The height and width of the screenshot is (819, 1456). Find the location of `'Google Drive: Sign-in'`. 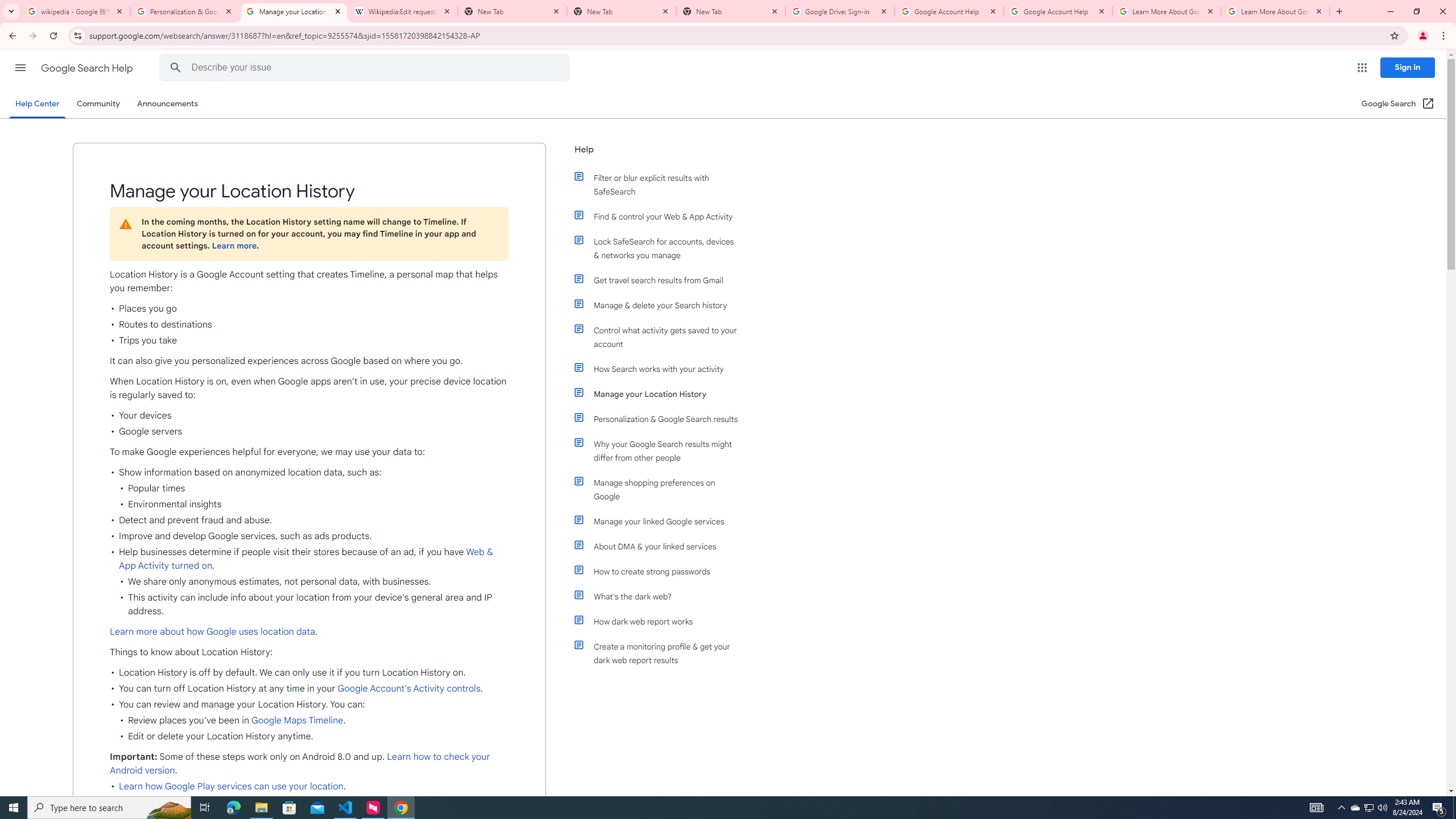

'Google Drive: Sign-in' is located at coordinates (839, 11).